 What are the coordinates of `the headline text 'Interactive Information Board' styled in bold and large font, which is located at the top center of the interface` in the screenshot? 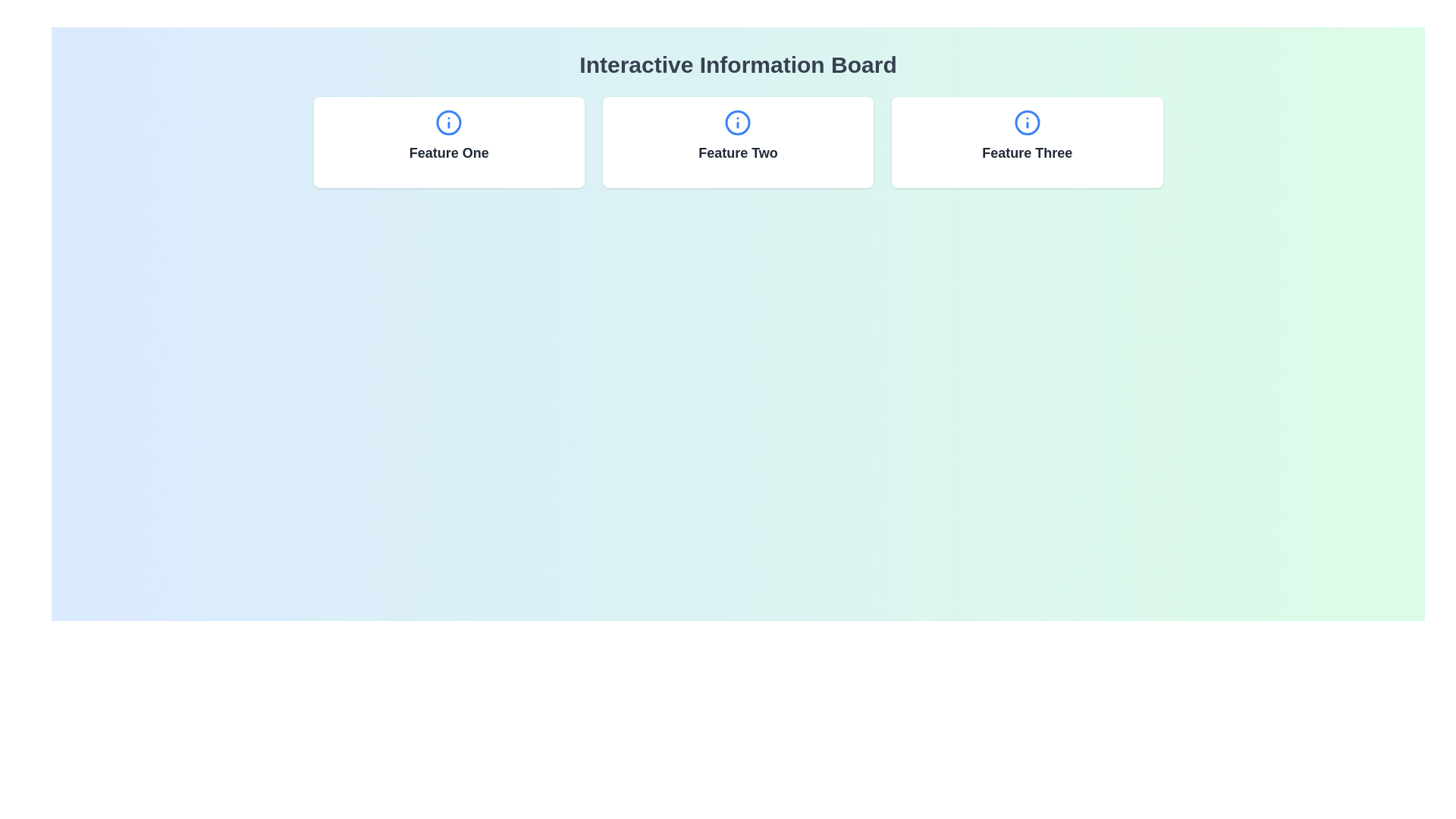 It's located at (738, 64).